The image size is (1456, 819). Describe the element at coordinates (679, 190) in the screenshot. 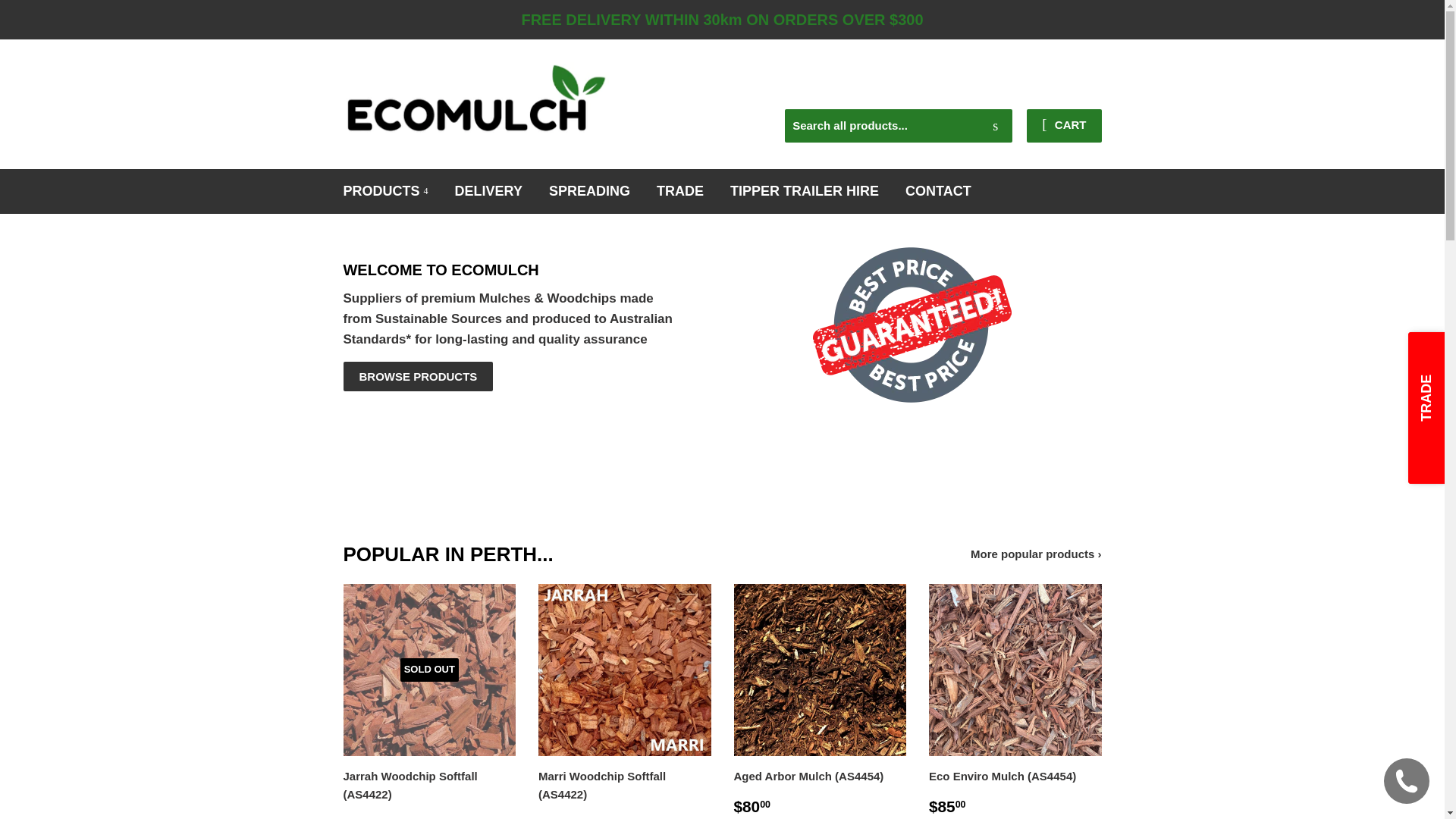

I see `'TRADE'` at that location.